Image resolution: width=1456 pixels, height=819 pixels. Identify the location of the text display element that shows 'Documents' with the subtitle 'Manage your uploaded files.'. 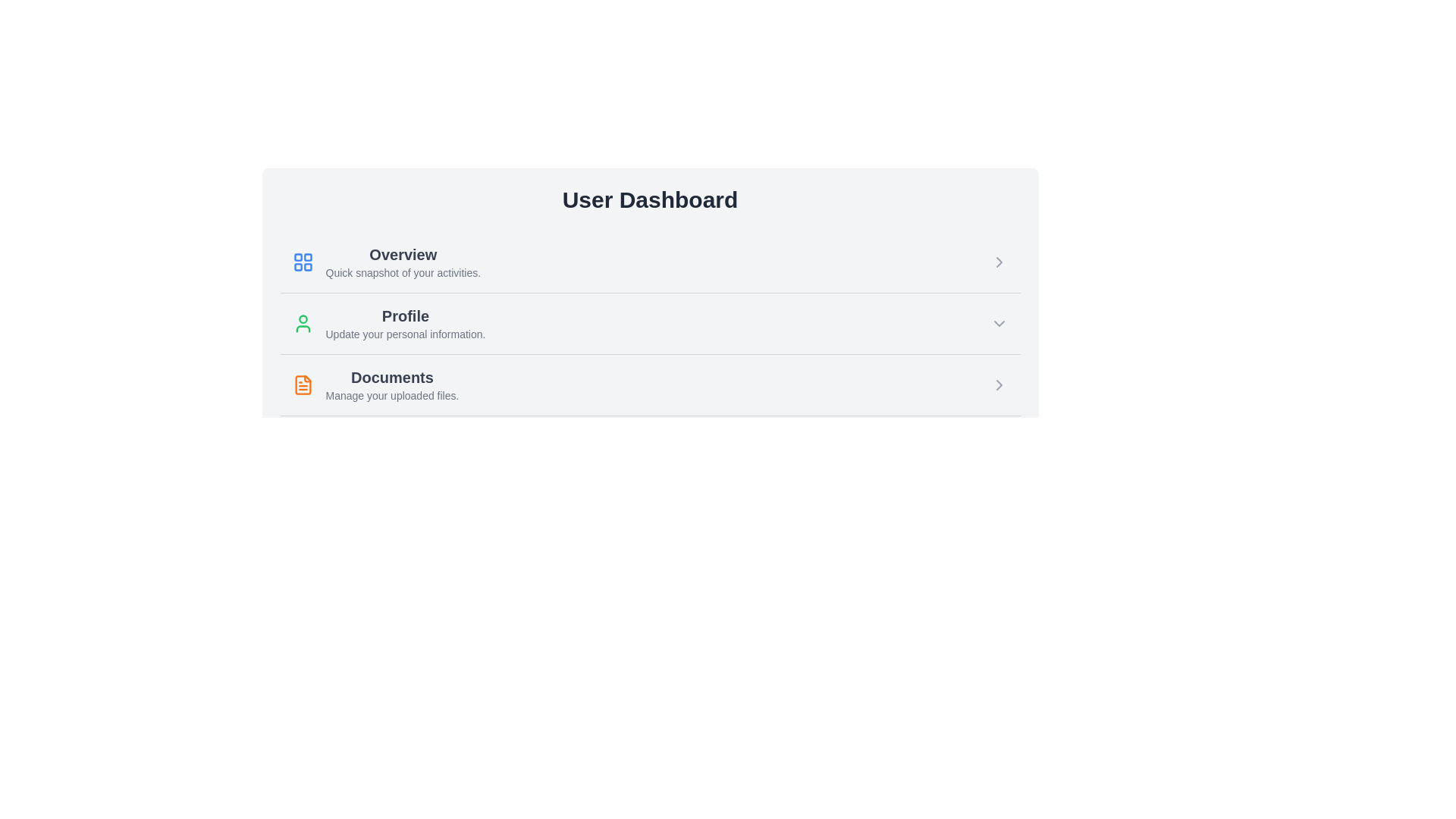
(392, 384).